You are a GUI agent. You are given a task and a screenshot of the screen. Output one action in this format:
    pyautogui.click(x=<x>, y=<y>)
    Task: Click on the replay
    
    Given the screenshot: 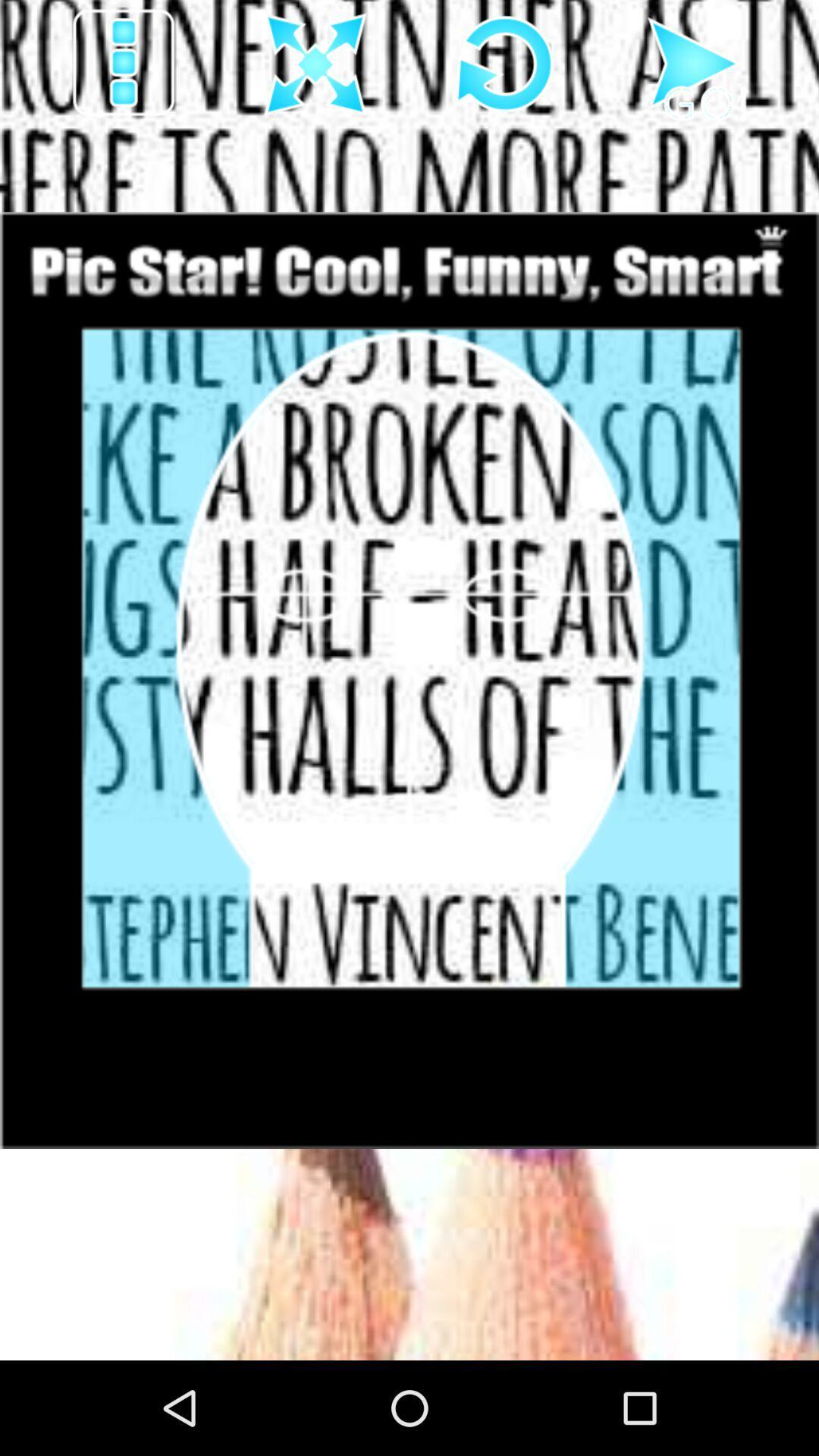 What is the action you would take?
    pyautogui.click(x=505, y=64)
    